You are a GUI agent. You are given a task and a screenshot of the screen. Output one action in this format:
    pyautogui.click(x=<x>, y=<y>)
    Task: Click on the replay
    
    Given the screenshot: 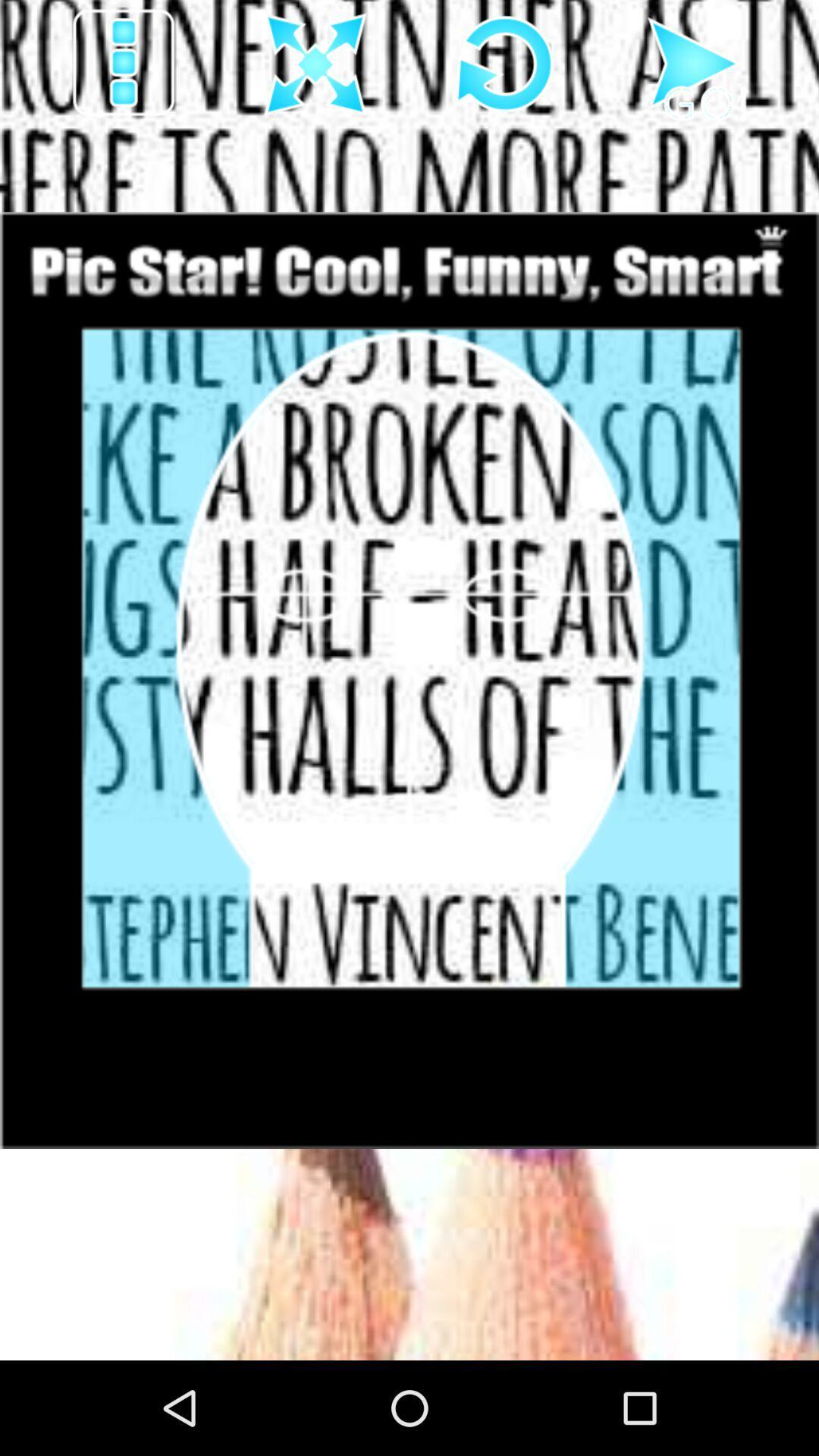 What is the action you would take?
    pyautogui.click(x=505, y=64)
    